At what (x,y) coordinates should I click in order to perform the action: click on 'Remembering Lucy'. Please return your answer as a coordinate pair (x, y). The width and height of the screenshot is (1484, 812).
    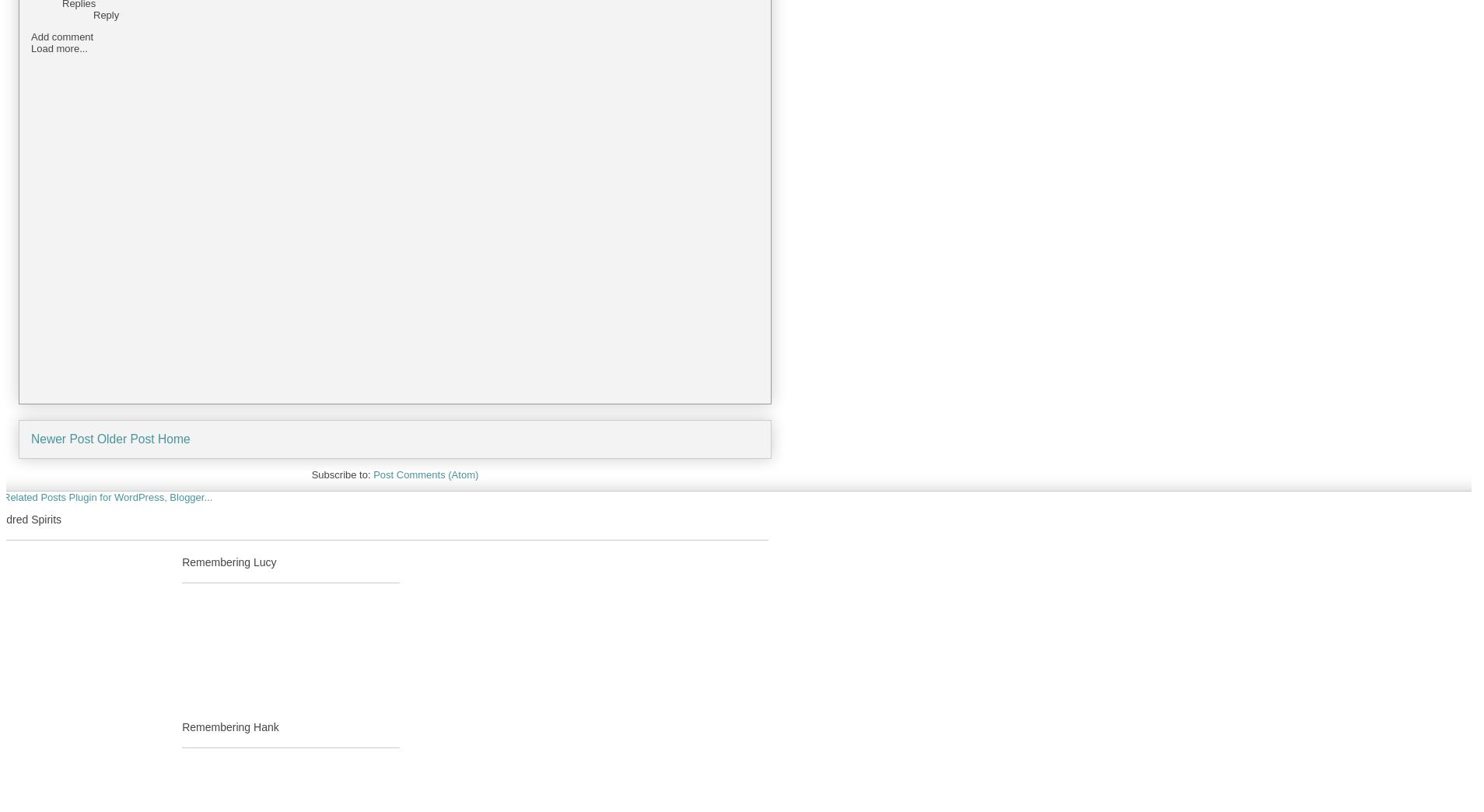
    Looking at the image, I should click on (229, 562).